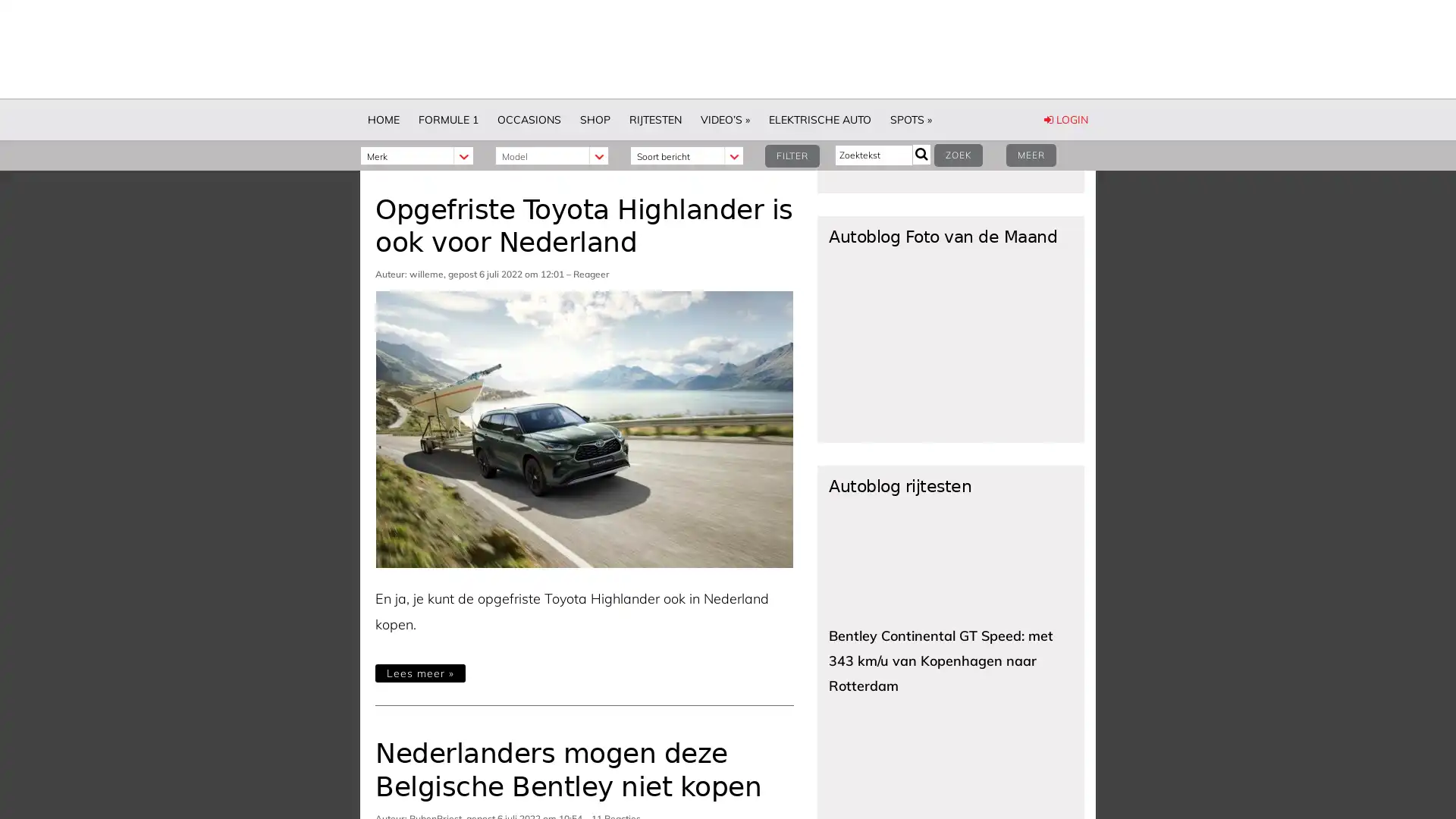  I want to click on MEER, so click(1030, 155).